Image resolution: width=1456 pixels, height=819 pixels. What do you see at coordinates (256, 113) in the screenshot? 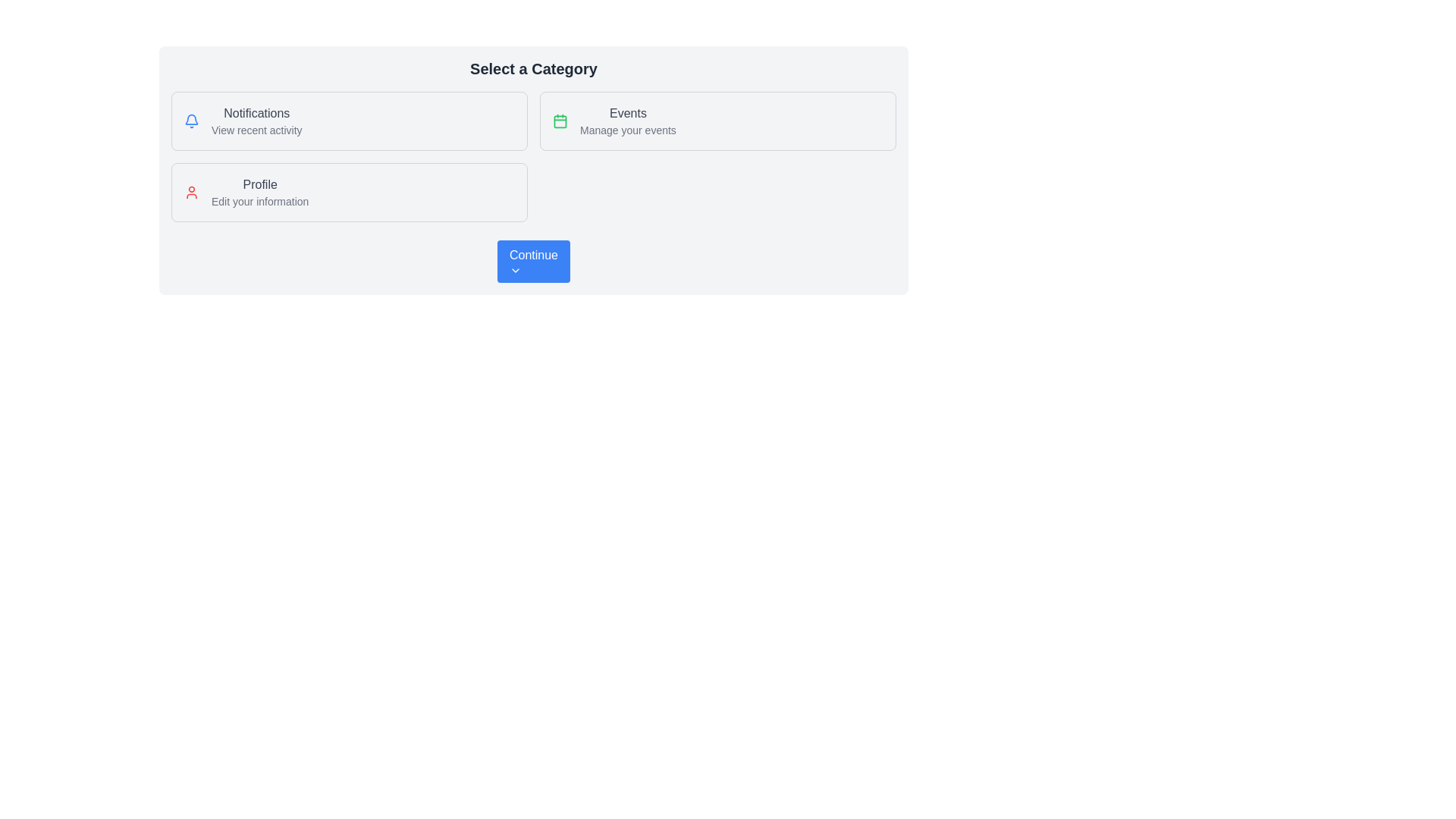
I see `the static text label containing the word 'Notifications', which is styled with a medium font weight and gray color, located in the upper-left quadrant of the interface` at bounding box center [256, 113].